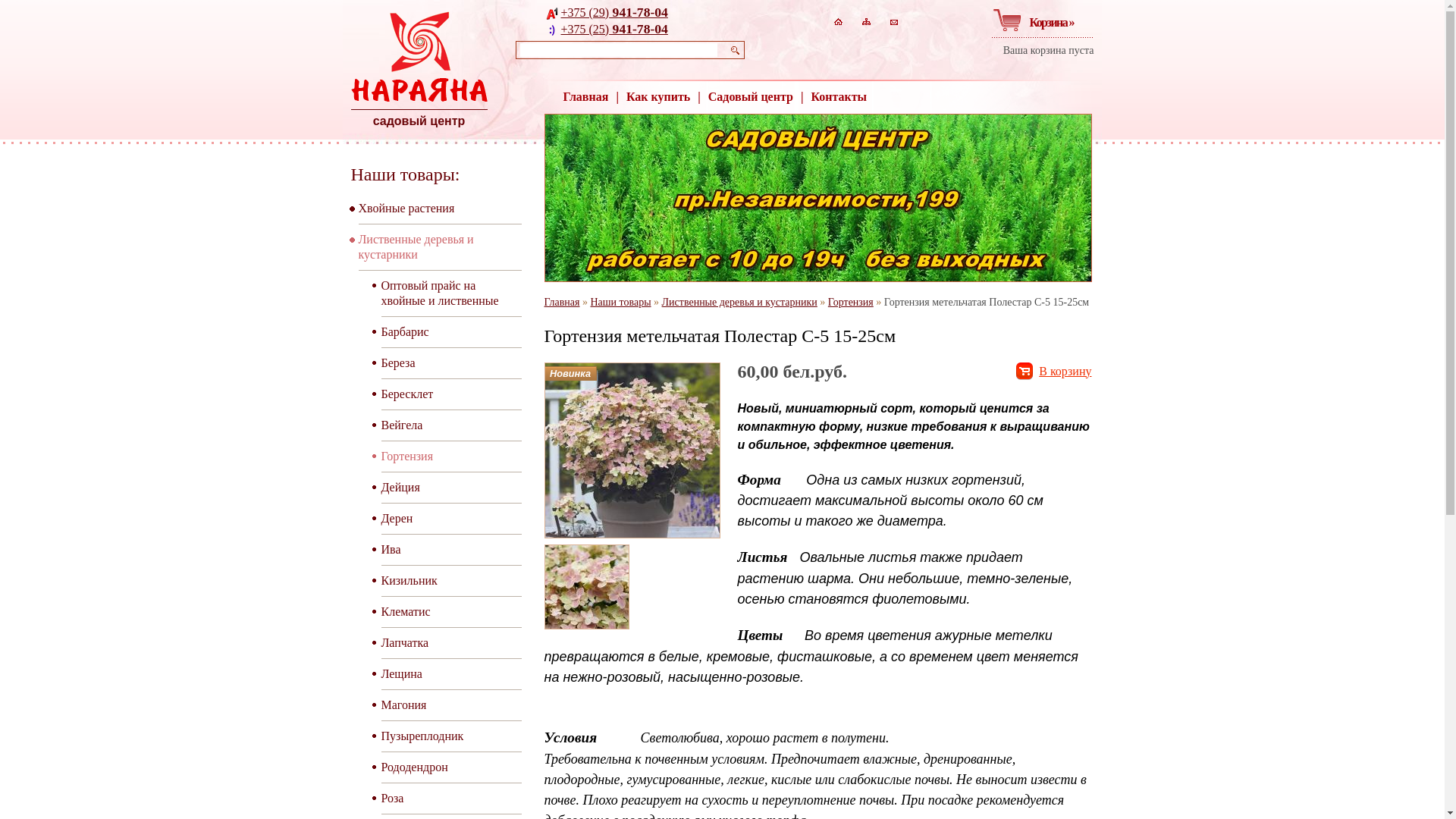 This screenshot has height=819, width=1456. Describe the element at coordinates (614, 29) in the screenshot. I see `'+375 (25) 941-78-04'` at that location.